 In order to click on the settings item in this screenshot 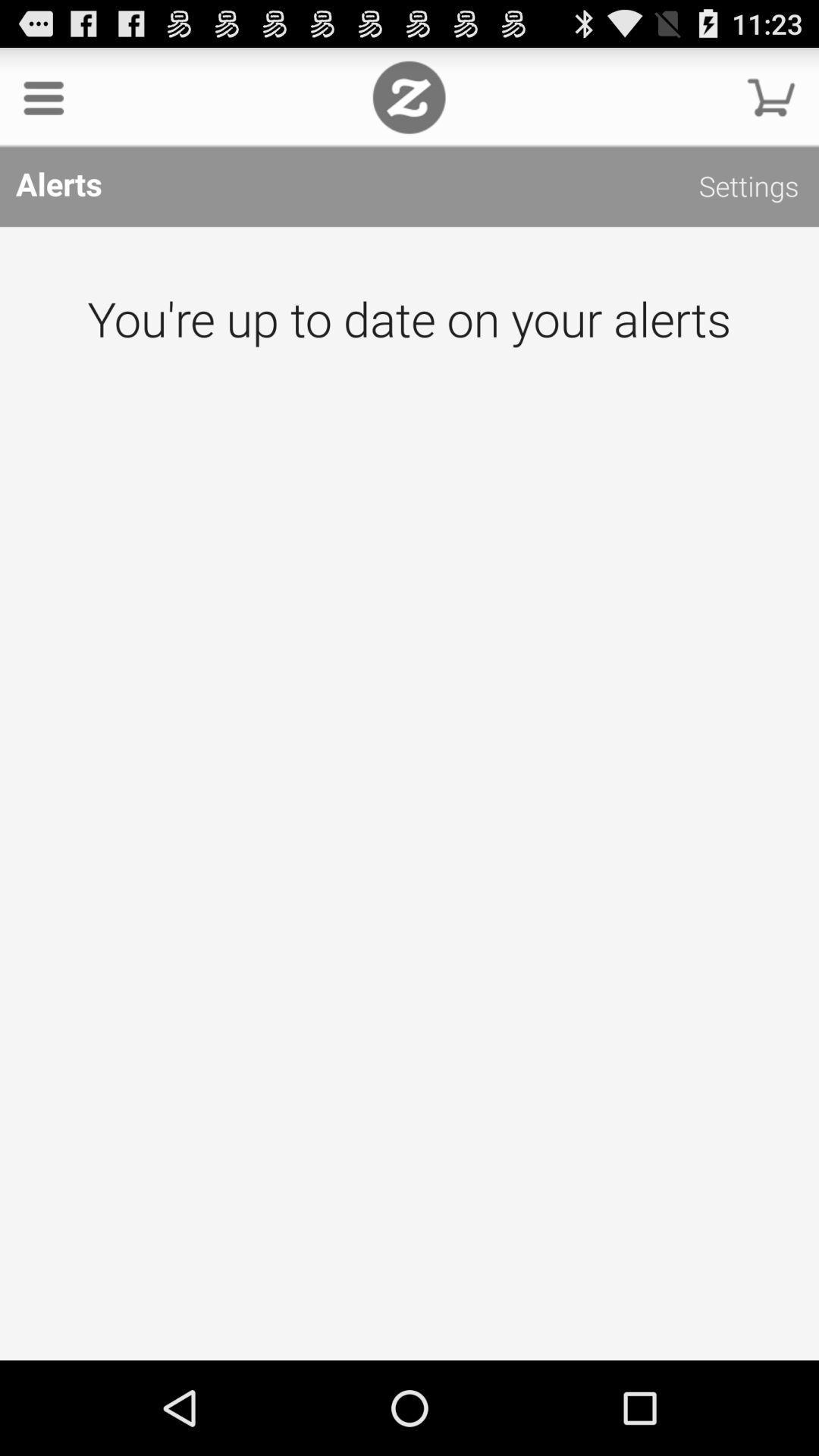, I will do `click(748, 188)`.